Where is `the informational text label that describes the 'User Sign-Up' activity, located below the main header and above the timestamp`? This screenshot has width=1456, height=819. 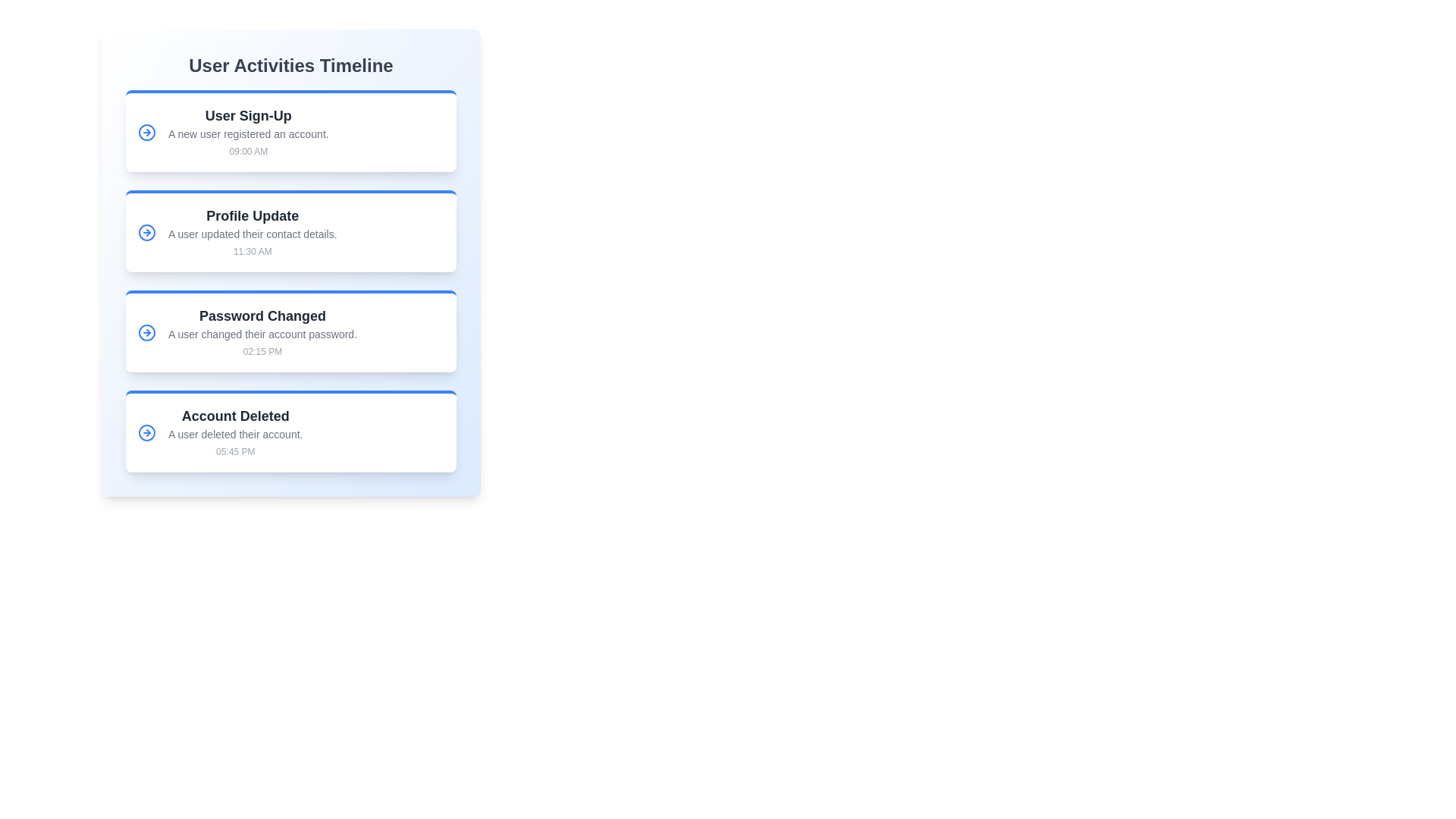
the informational text label that describes the 'User Sign-Up' activity, located below the main header and above the timestamp is located at coordinates (248, 133).